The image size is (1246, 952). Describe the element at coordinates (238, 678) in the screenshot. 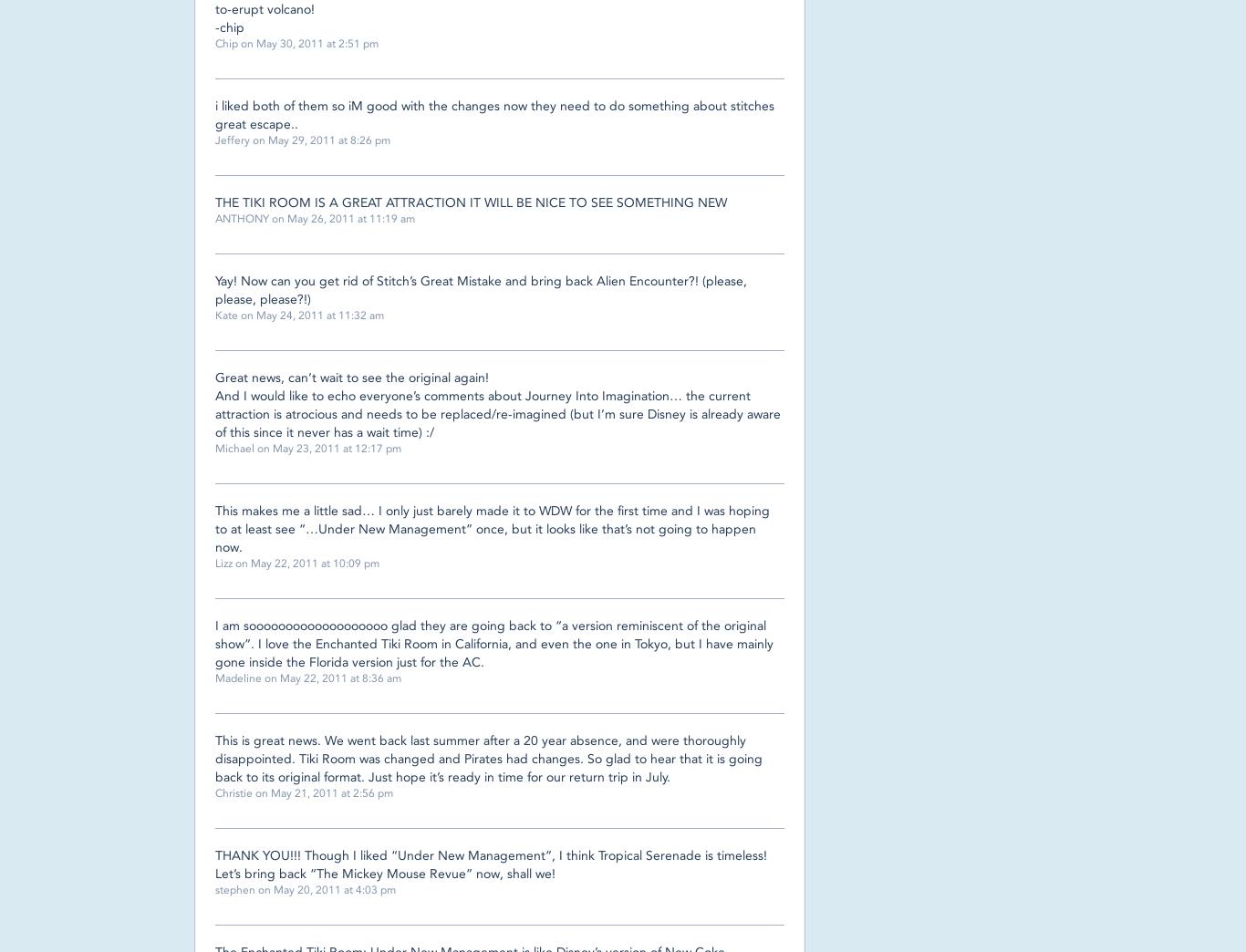

I see `'Madeline'` at that location.